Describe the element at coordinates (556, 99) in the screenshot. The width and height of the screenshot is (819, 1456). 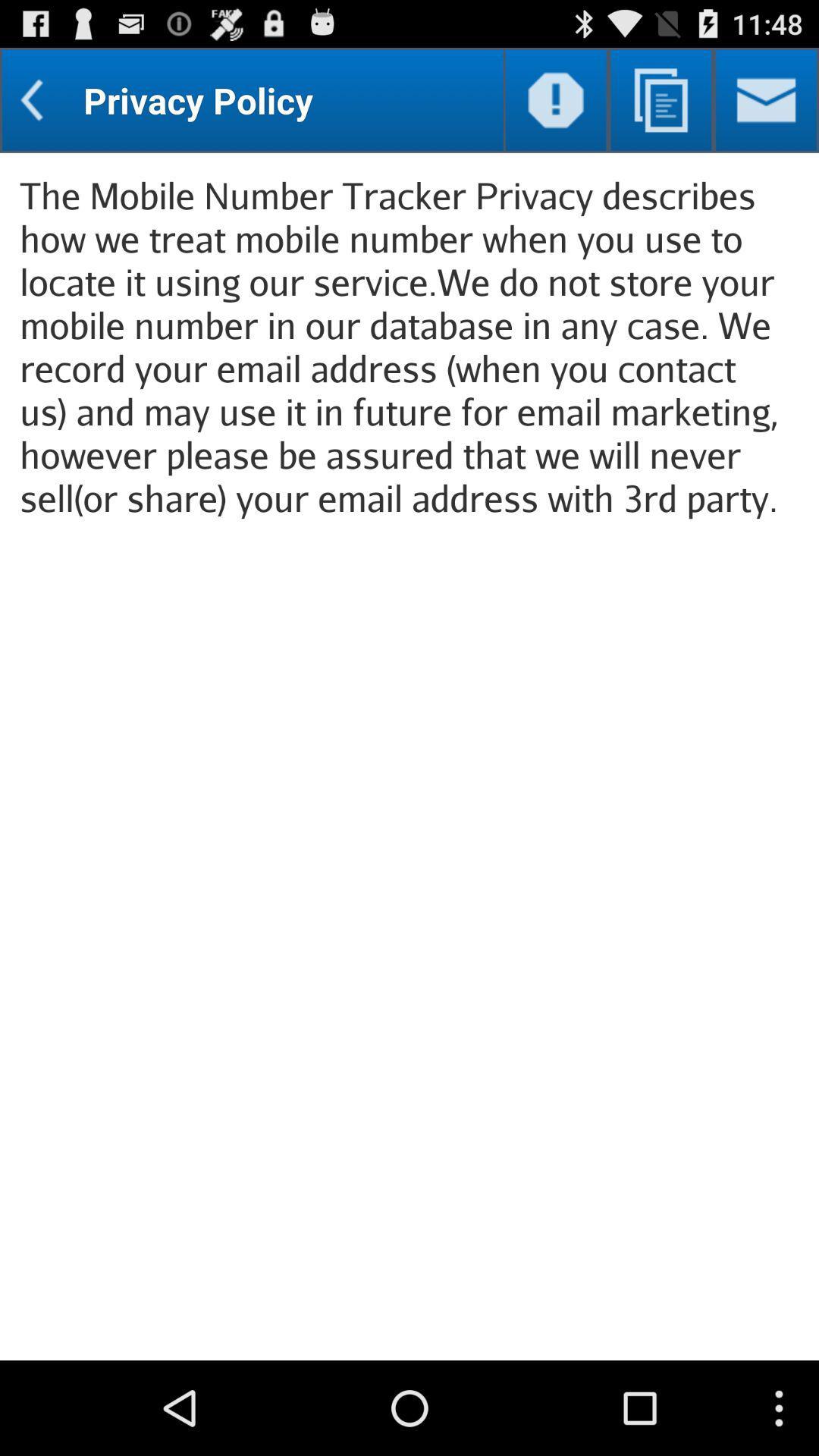
I see `icon to the right of privacy policy item` at that location.